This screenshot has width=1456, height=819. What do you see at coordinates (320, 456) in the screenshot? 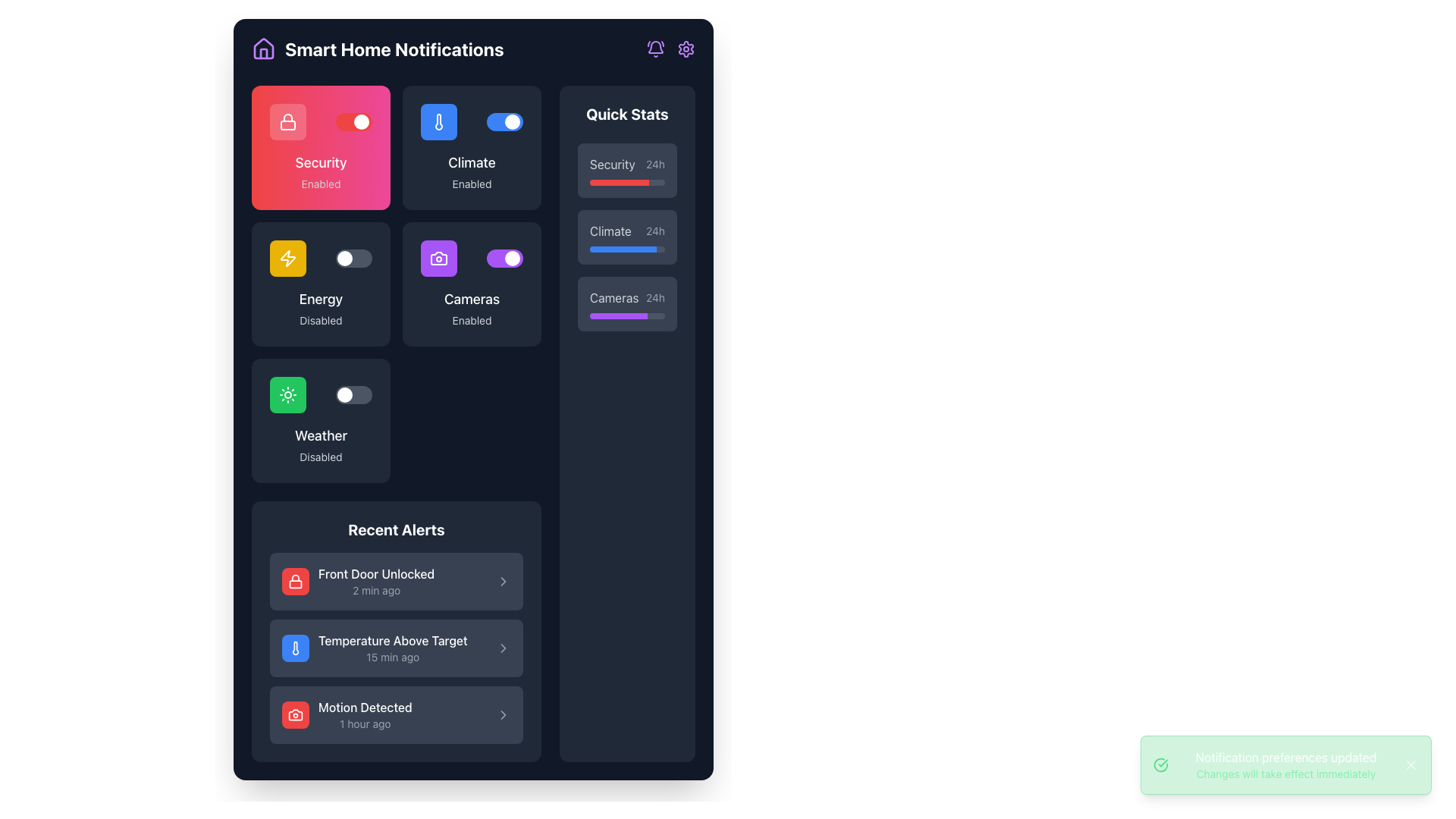
I see `the text label that contains the word 'Disabled', which is styled in small gray font and located at the bottom section of the 'Weather' card` at bounding box center [320, 456].